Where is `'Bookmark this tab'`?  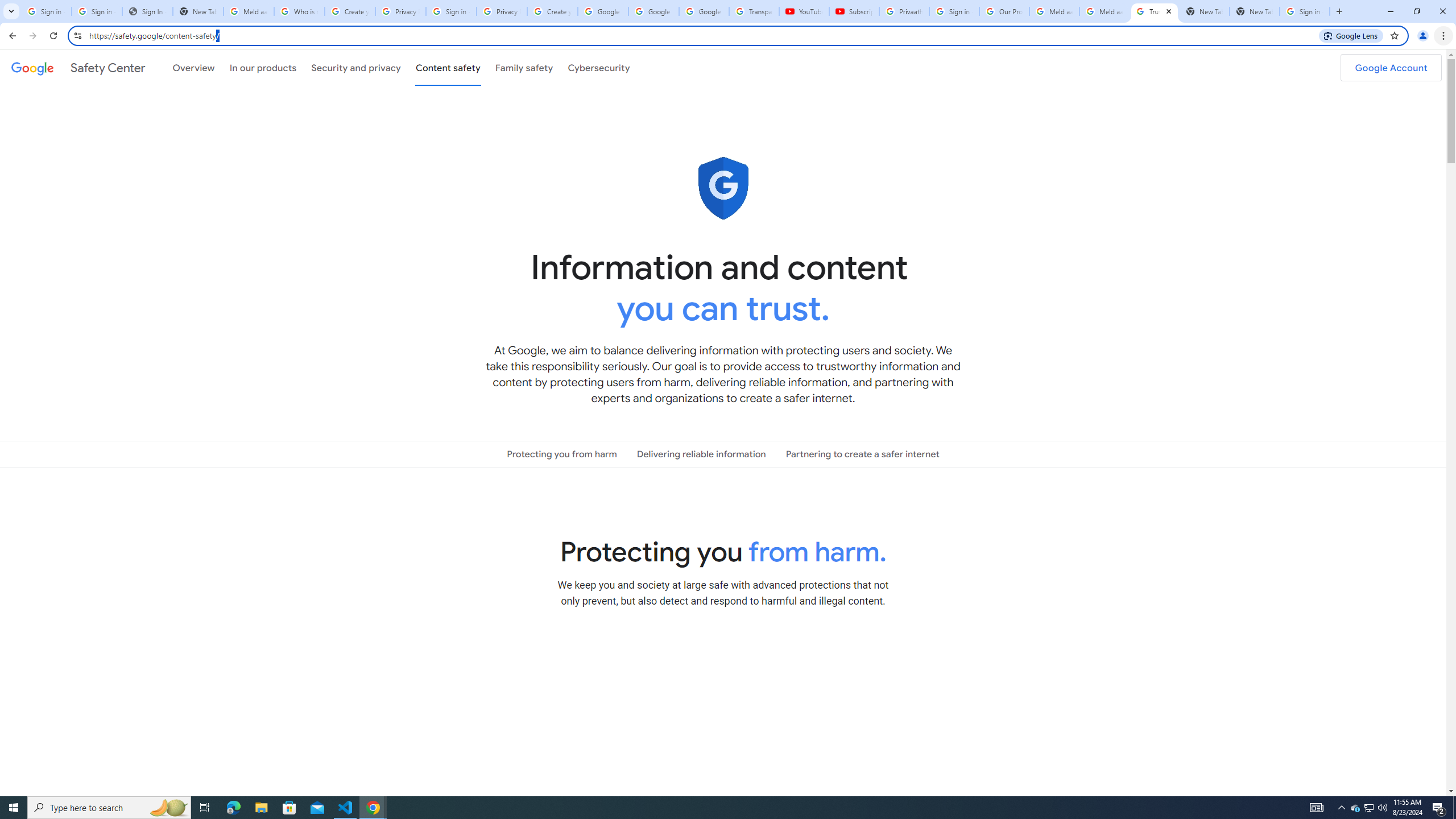
'Bookmark this tab' is located at coordinates (1393, 35).